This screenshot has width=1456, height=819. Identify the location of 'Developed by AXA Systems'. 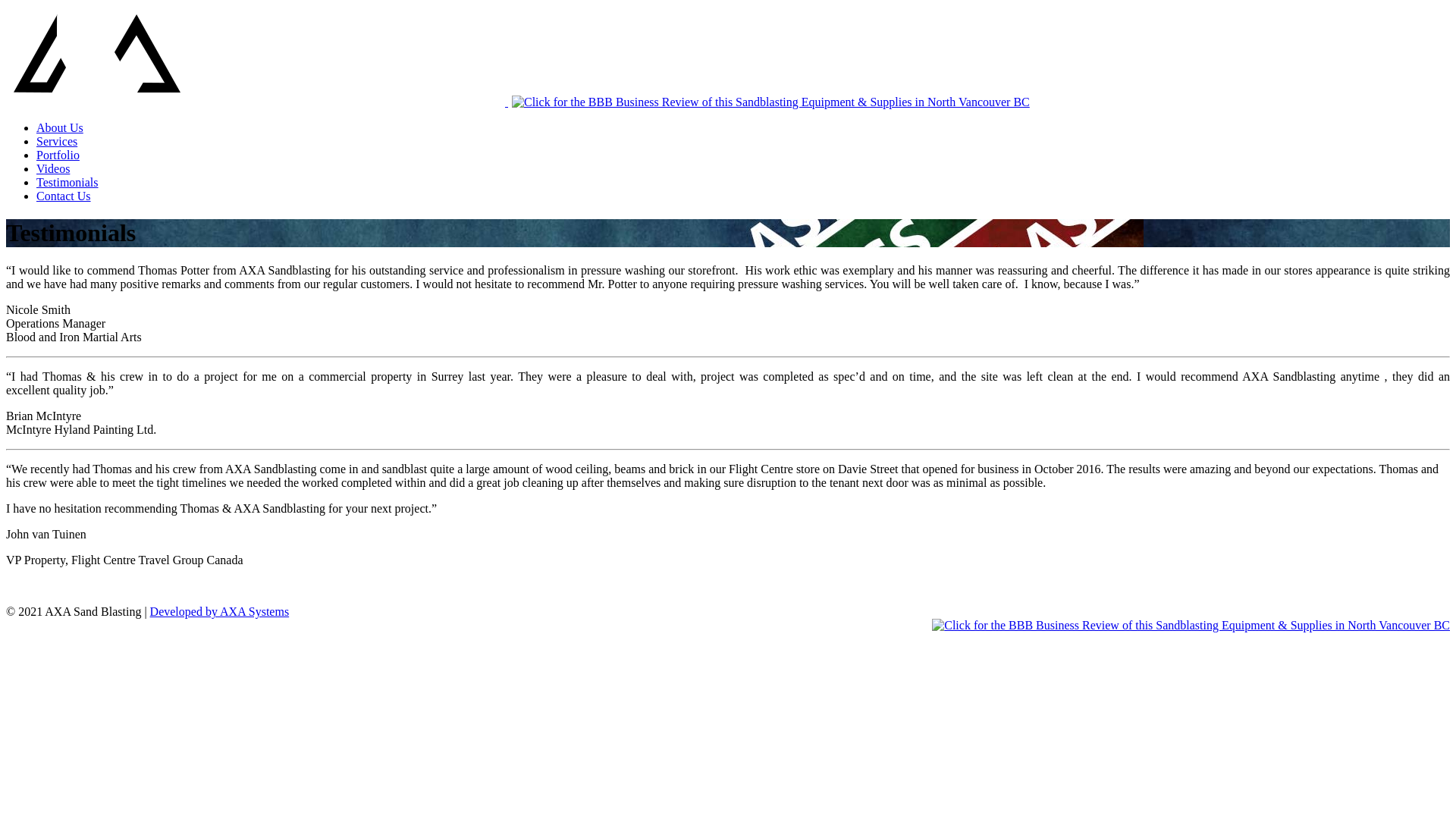
(218, 610).